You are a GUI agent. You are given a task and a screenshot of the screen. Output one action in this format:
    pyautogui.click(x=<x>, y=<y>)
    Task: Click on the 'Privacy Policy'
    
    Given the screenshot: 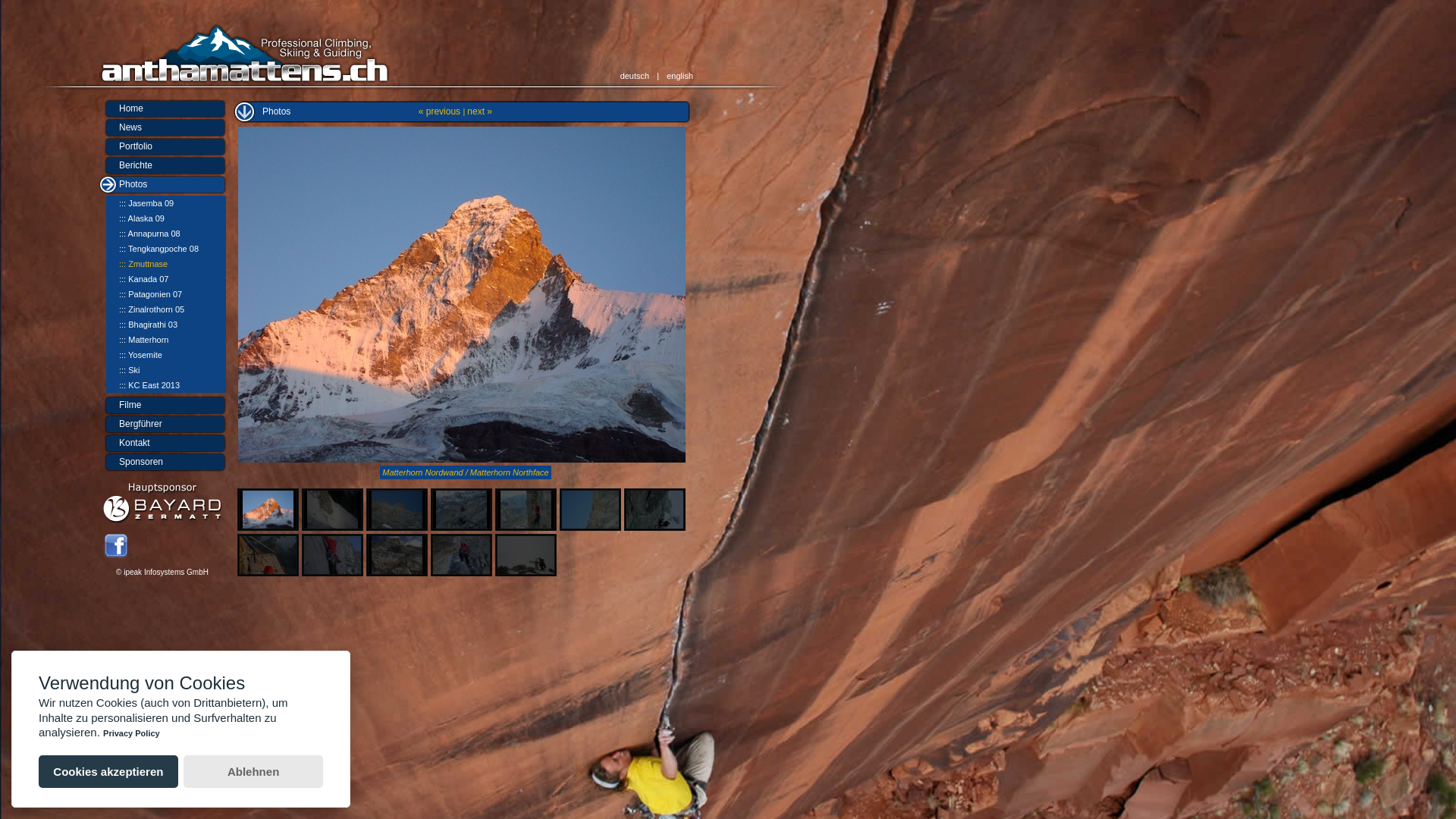 What is the action you would take?
    pyautogui.click(x=131, y=733)
    